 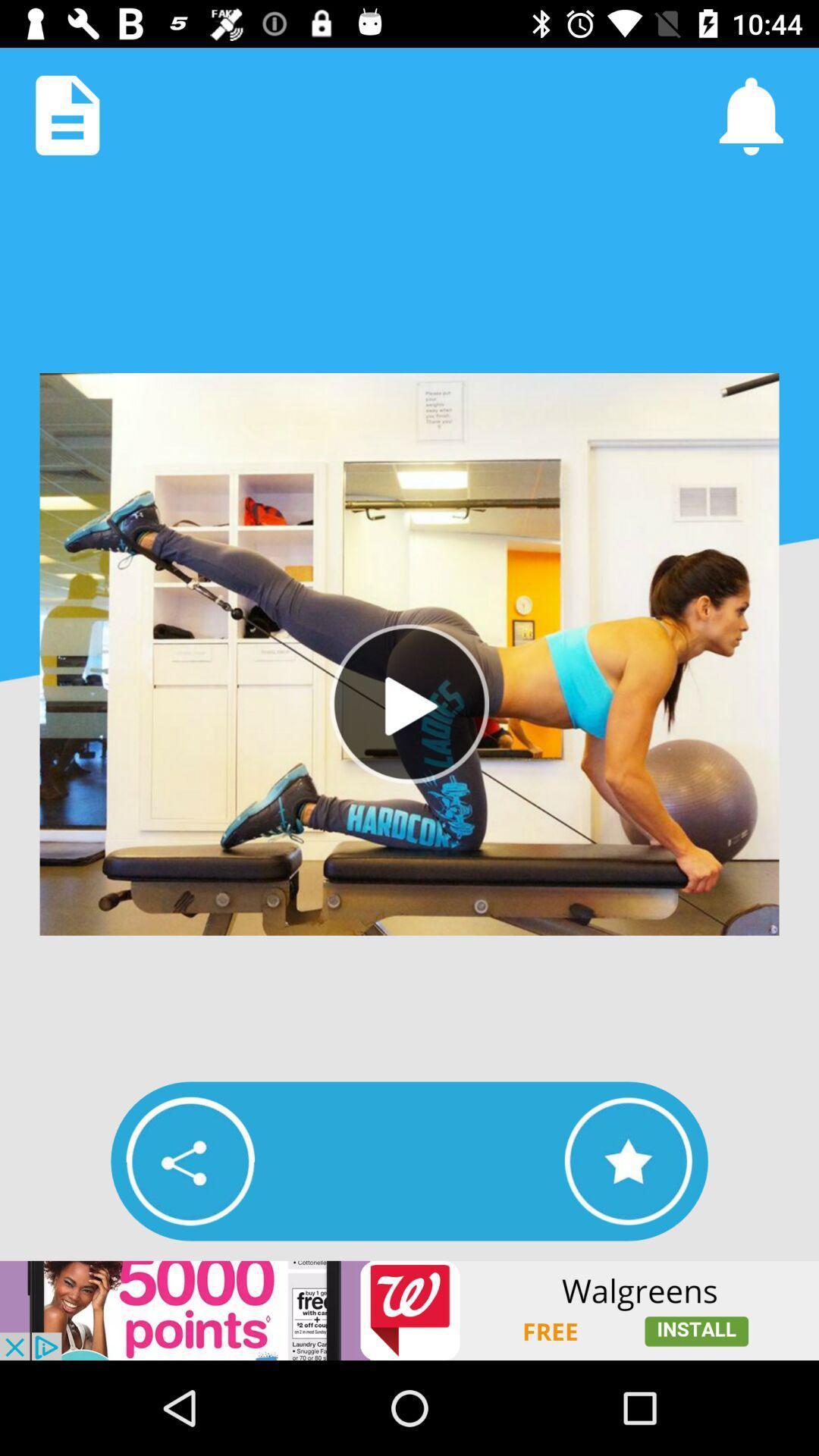 I want to click on the play icon, so click(x=409, y=703).